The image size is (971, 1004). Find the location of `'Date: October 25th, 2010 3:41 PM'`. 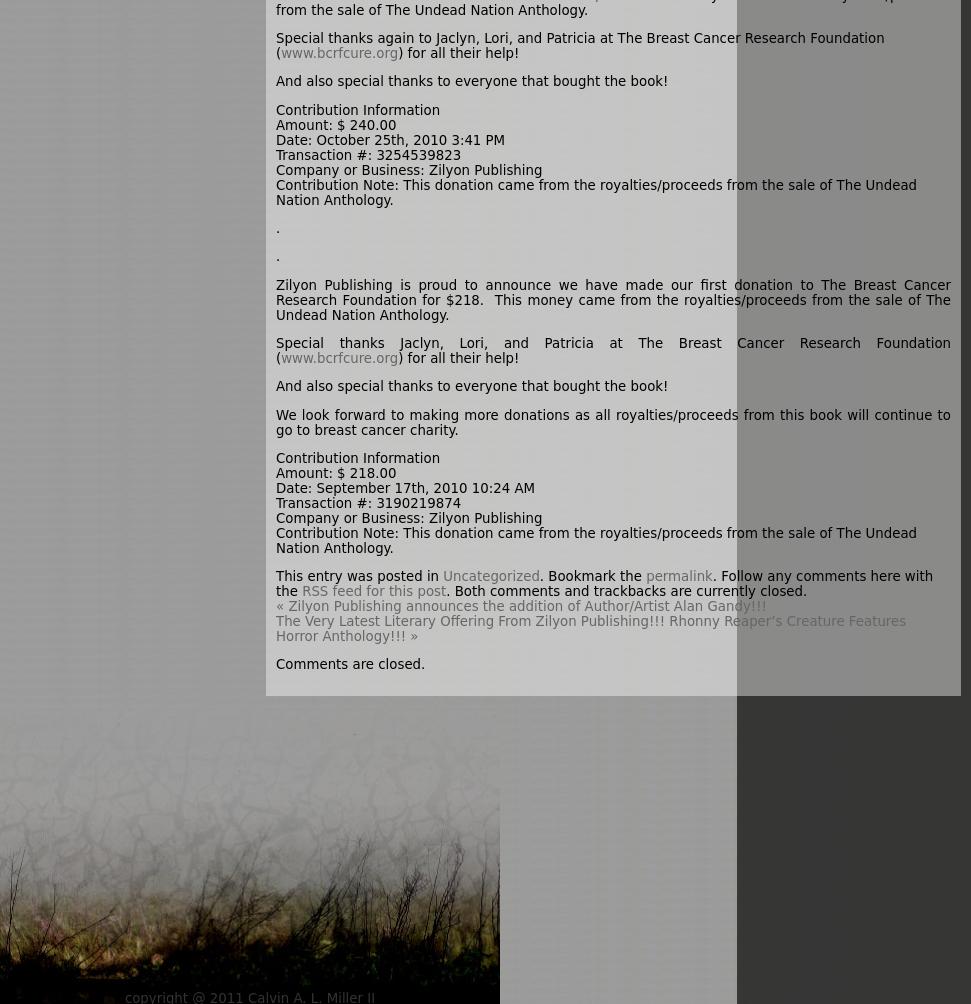

'Date: October 25th, 2010 3:41 PM' is located at coordinates (389, 138).